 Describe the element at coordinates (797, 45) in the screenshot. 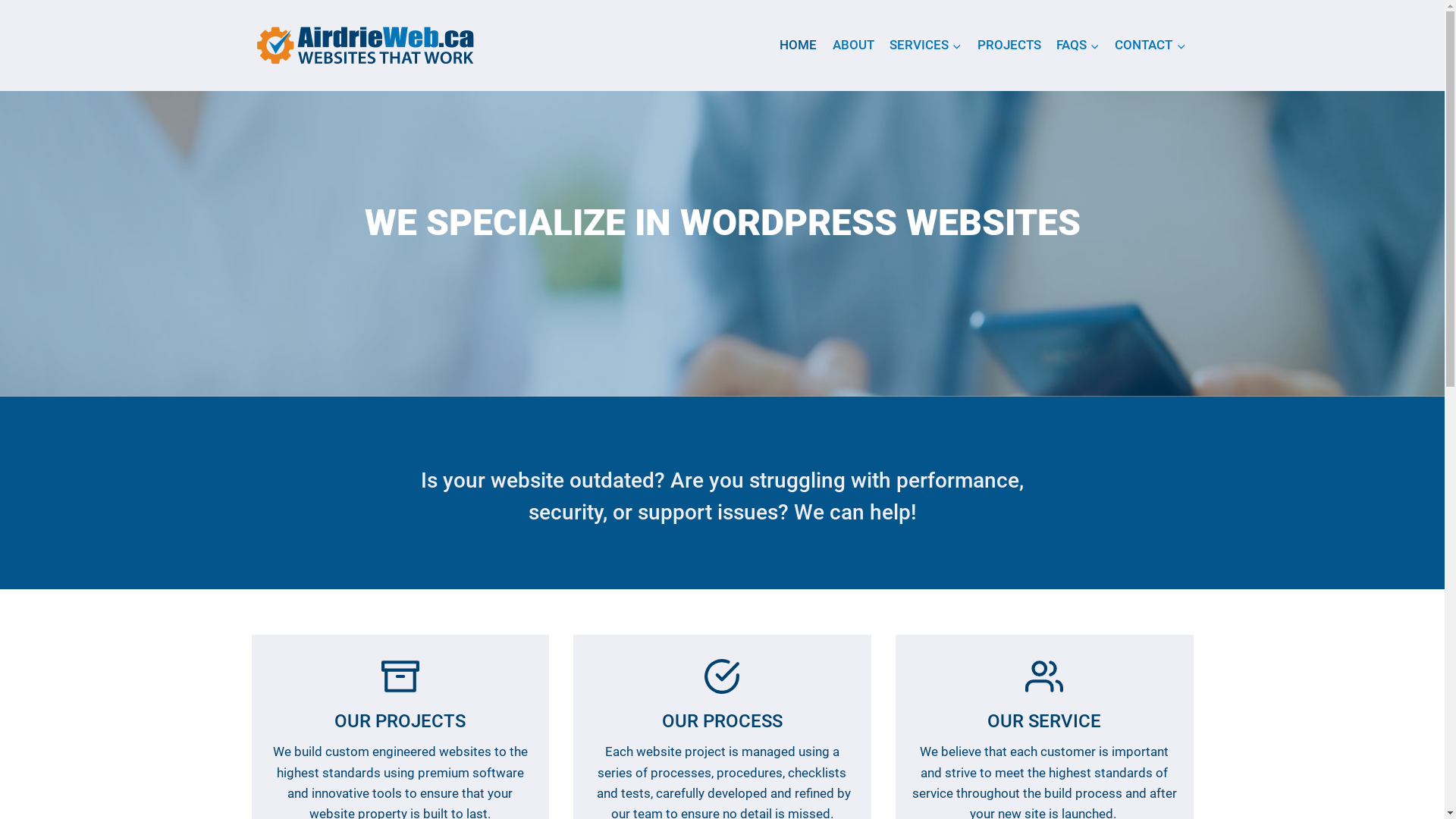

I see `'HOME'` at that location.